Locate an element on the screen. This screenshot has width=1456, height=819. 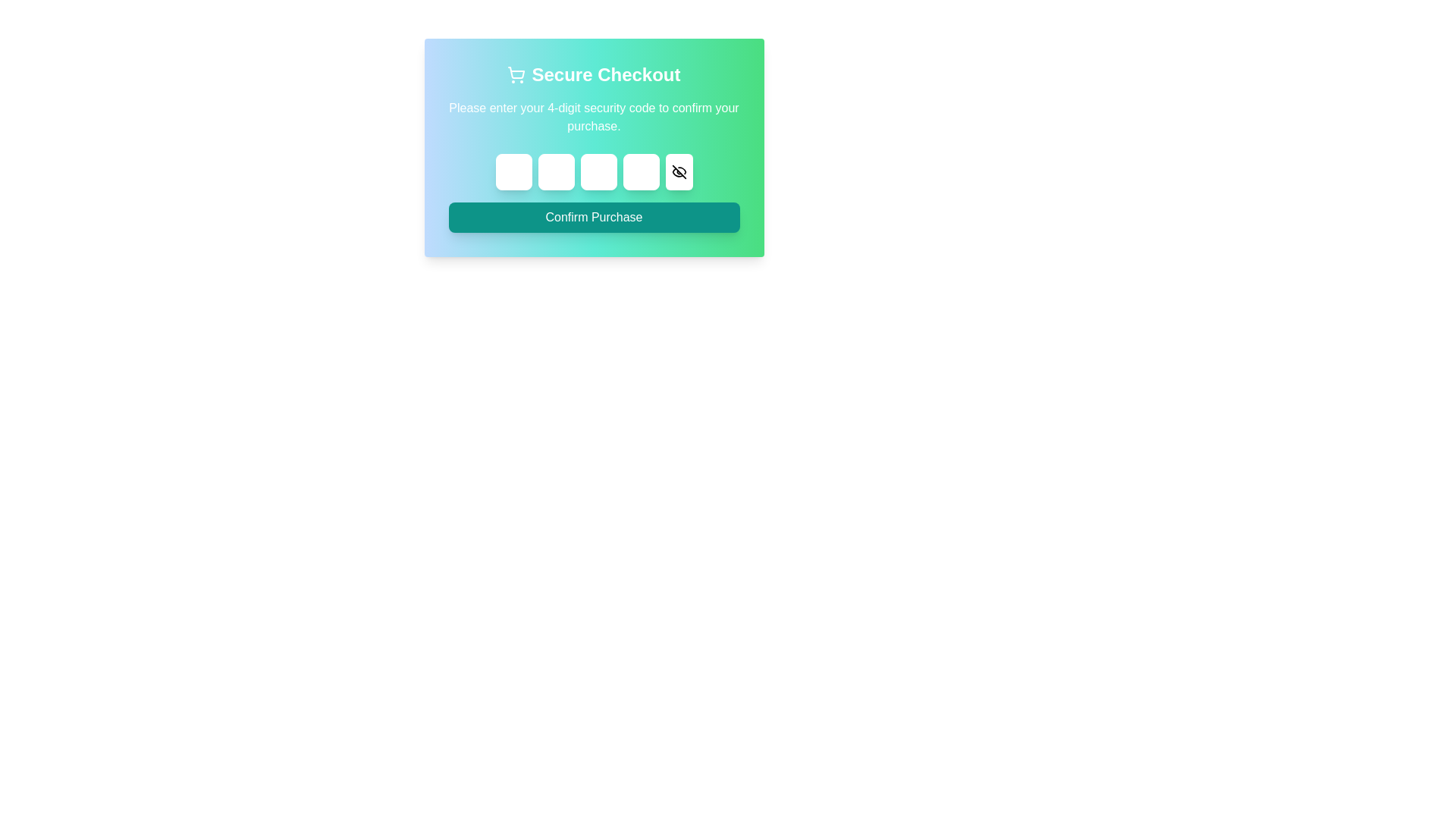
the Text Label with Icon that indicates the purpose of the secure checkout process, located at the top of the rounded box with gradient background is located at coordinates (593, 75).